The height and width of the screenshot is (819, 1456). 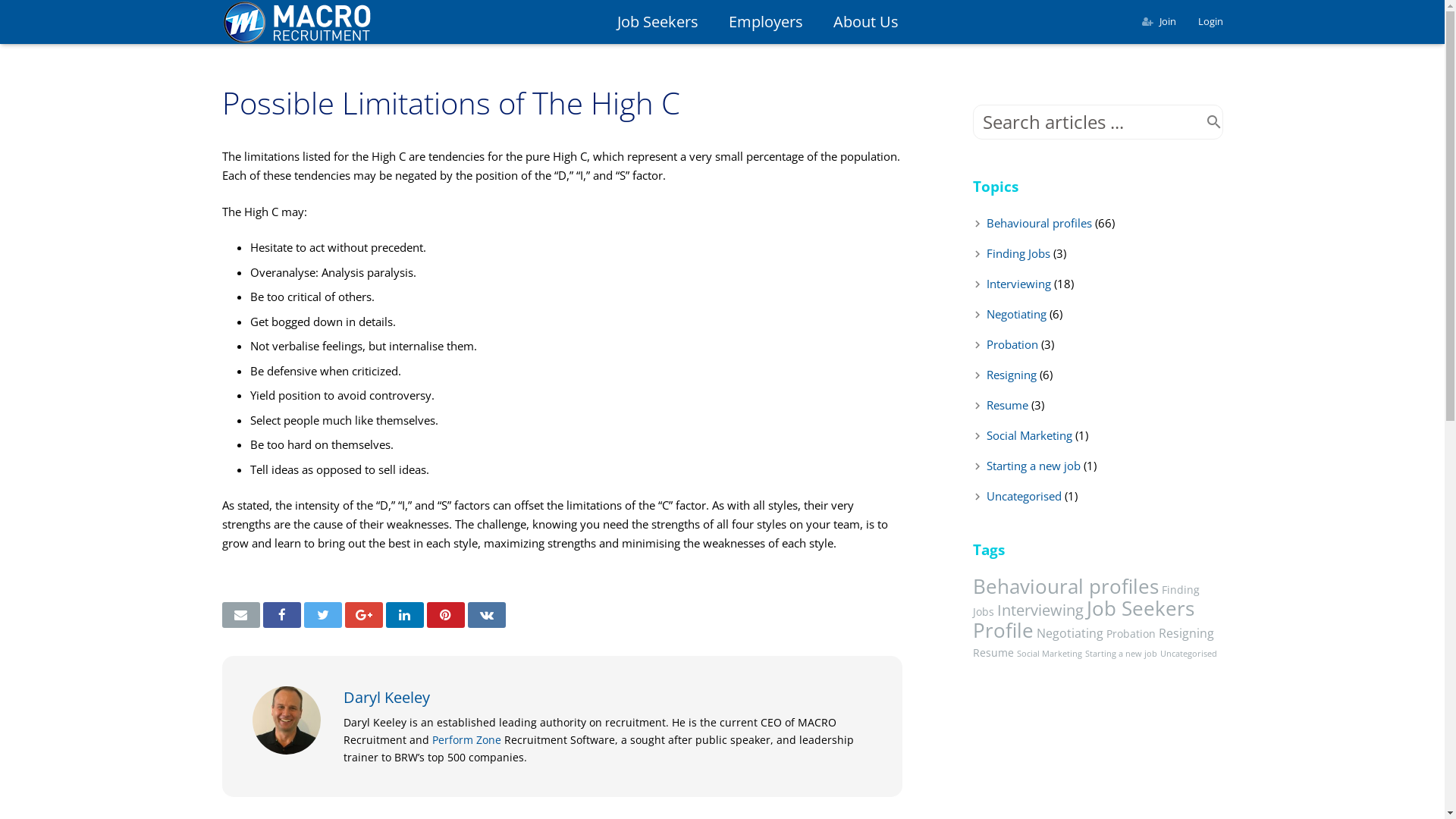 What do you see at coordinates (486, 614) in the screenshot?
I see `'Share this'` at bounding box center [486, 614].